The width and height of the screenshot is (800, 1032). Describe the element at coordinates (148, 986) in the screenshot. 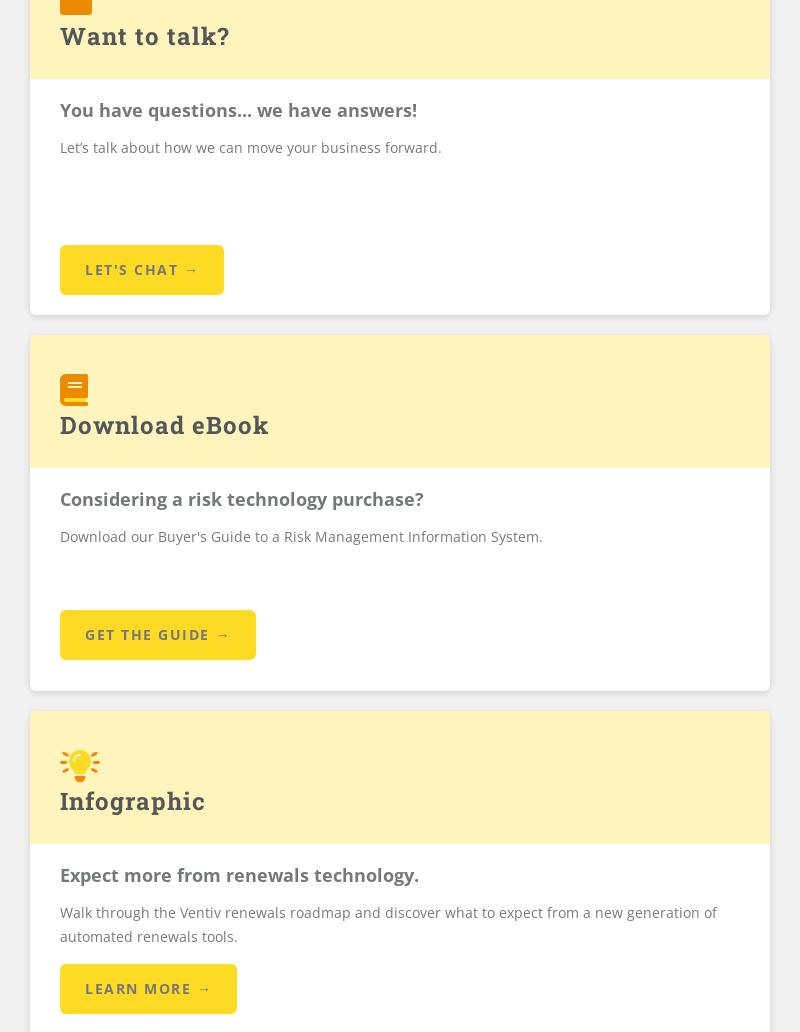

I see `'Learn more →'` at that location.